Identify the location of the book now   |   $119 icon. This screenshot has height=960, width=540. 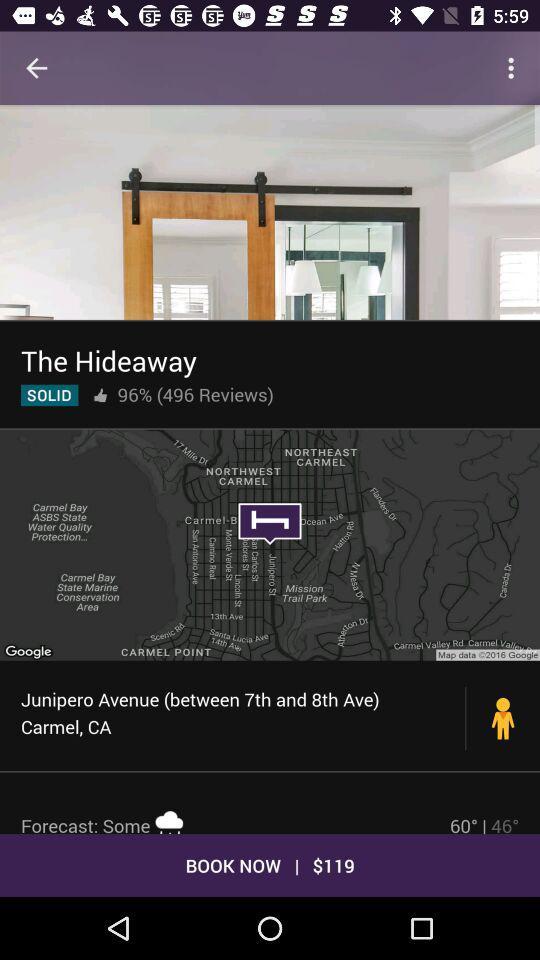
(270, 864).